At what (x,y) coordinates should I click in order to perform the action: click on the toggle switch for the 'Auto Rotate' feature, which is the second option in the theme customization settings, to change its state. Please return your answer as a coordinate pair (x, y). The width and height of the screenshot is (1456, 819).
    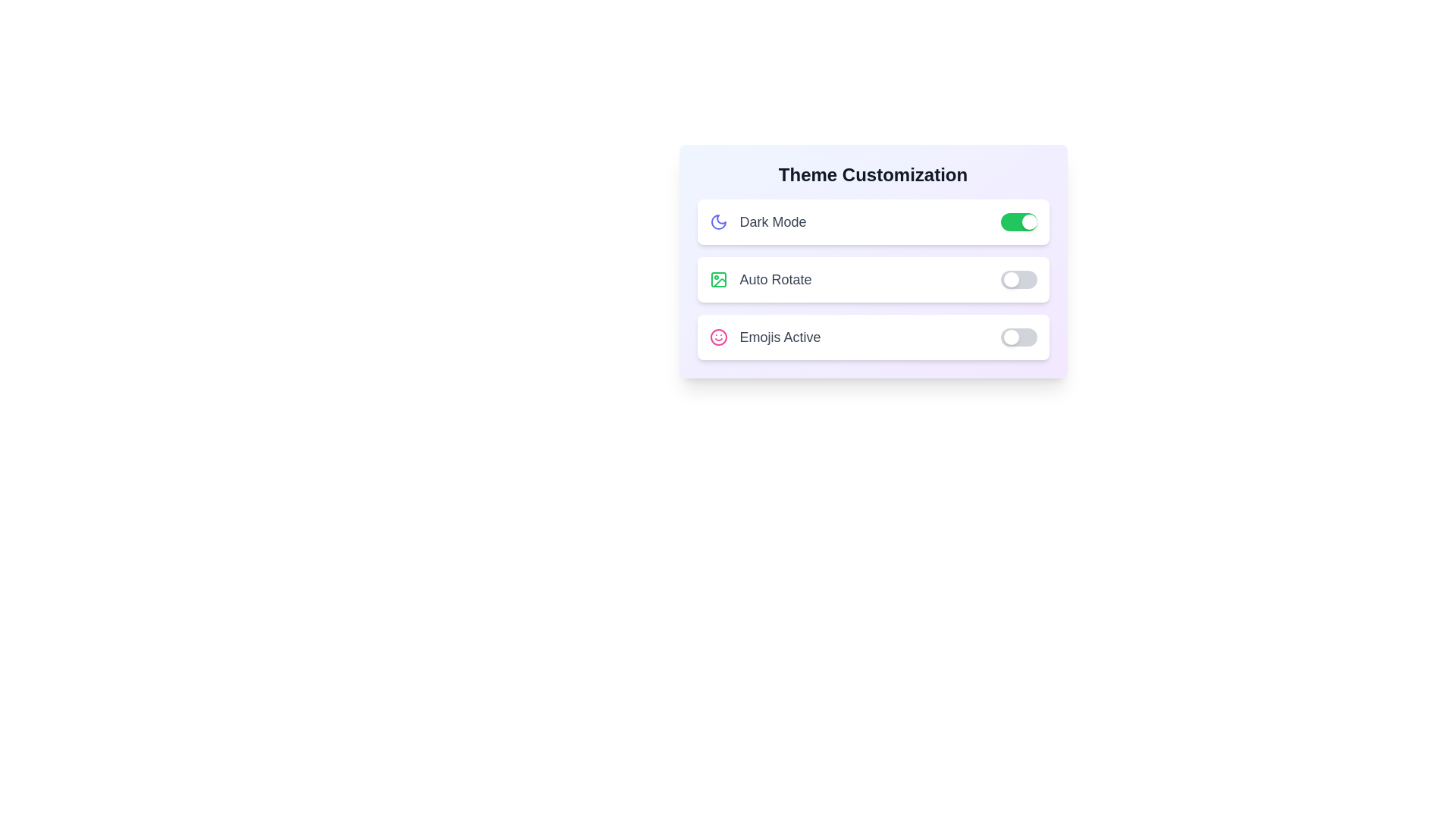
    Looking at the image, I should click on (873, 260).